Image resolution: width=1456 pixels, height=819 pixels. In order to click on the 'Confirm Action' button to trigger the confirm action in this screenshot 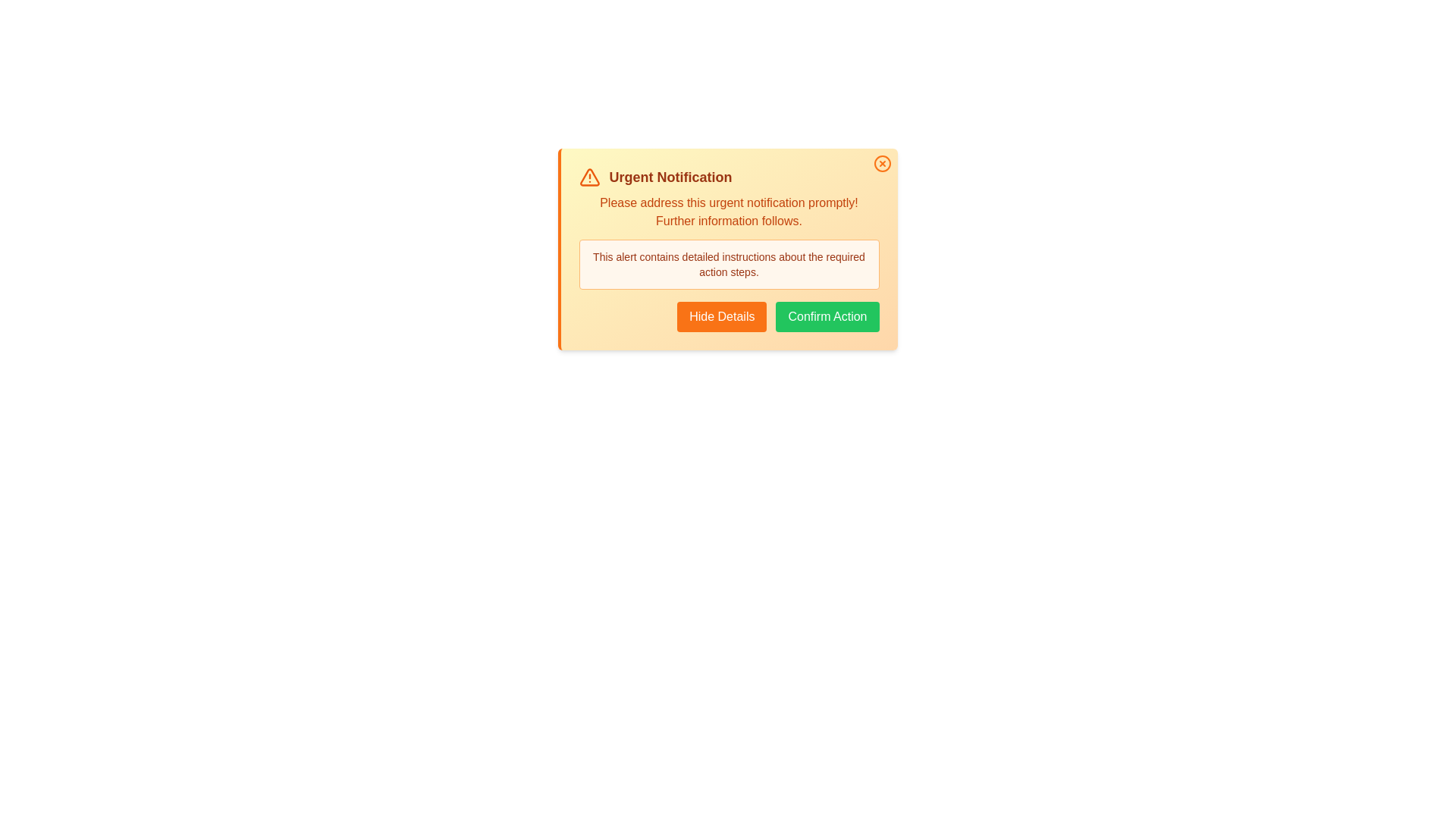, I will do `click(826, 315)`.